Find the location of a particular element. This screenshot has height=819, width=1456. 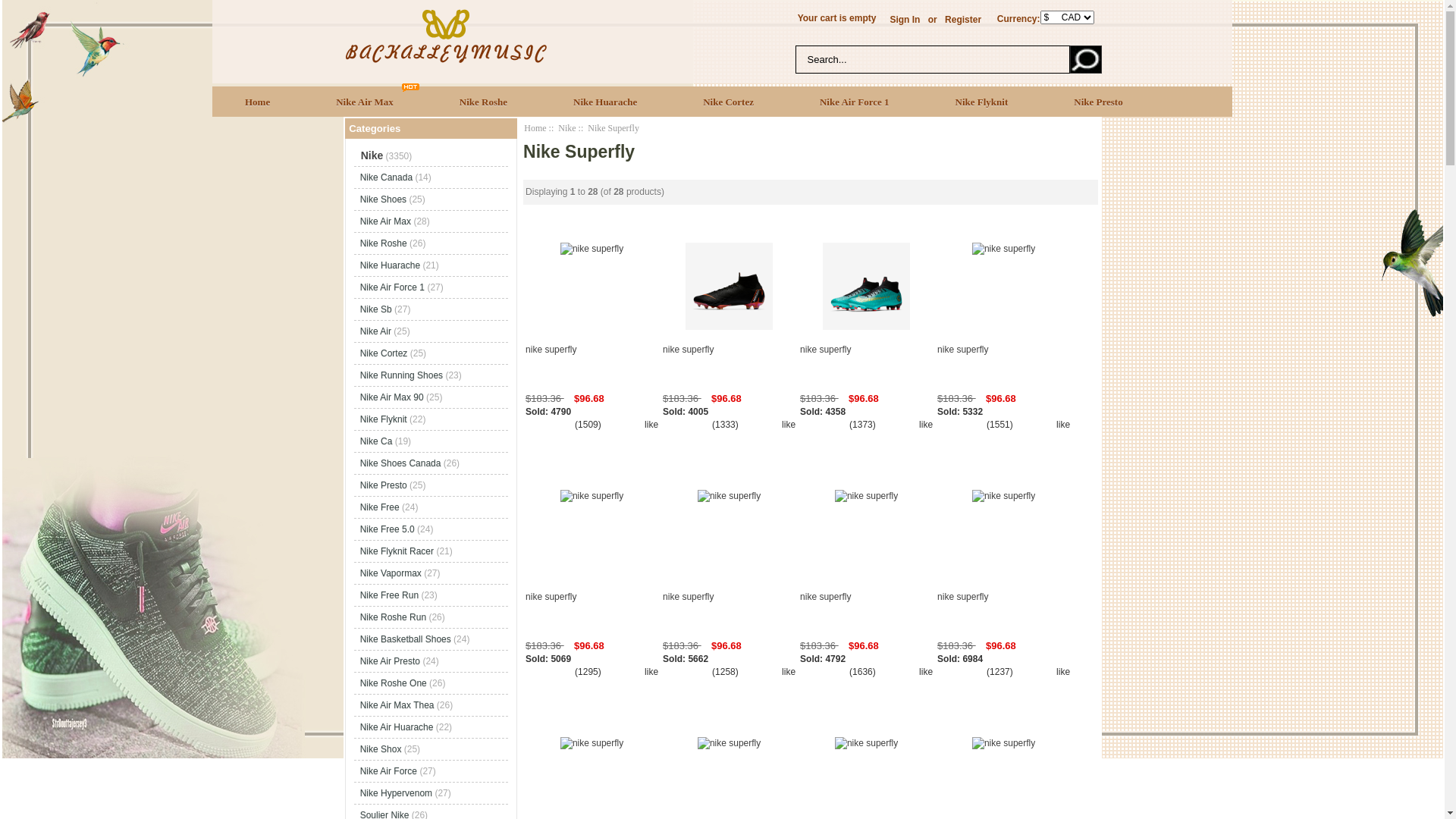

'Nike Shoes' is located at coordinates (383, 198).